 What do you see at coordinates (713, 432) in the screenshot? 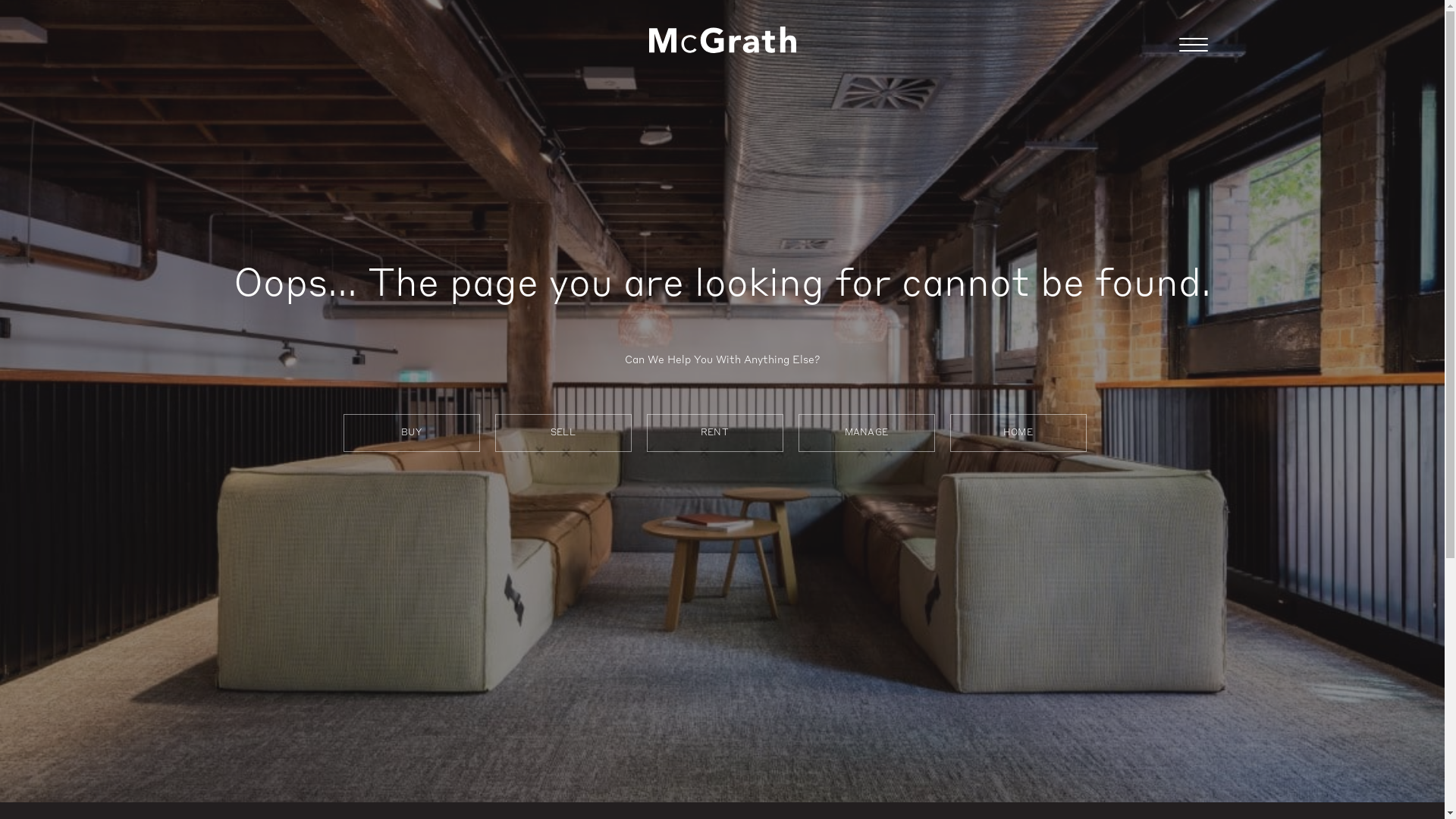
I see `'RENT'` at bounding box center [713, 432].